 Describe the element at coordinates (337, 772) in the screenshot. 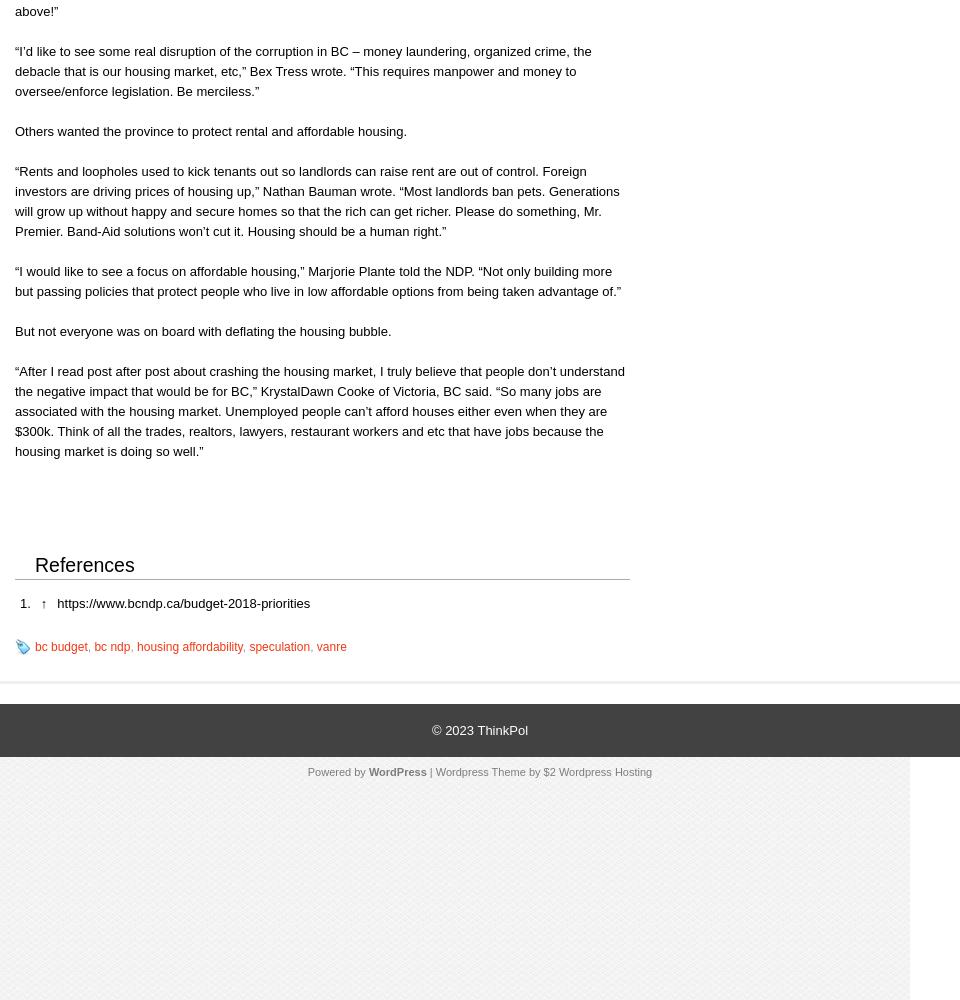

I see `'Powered by'` at that location.